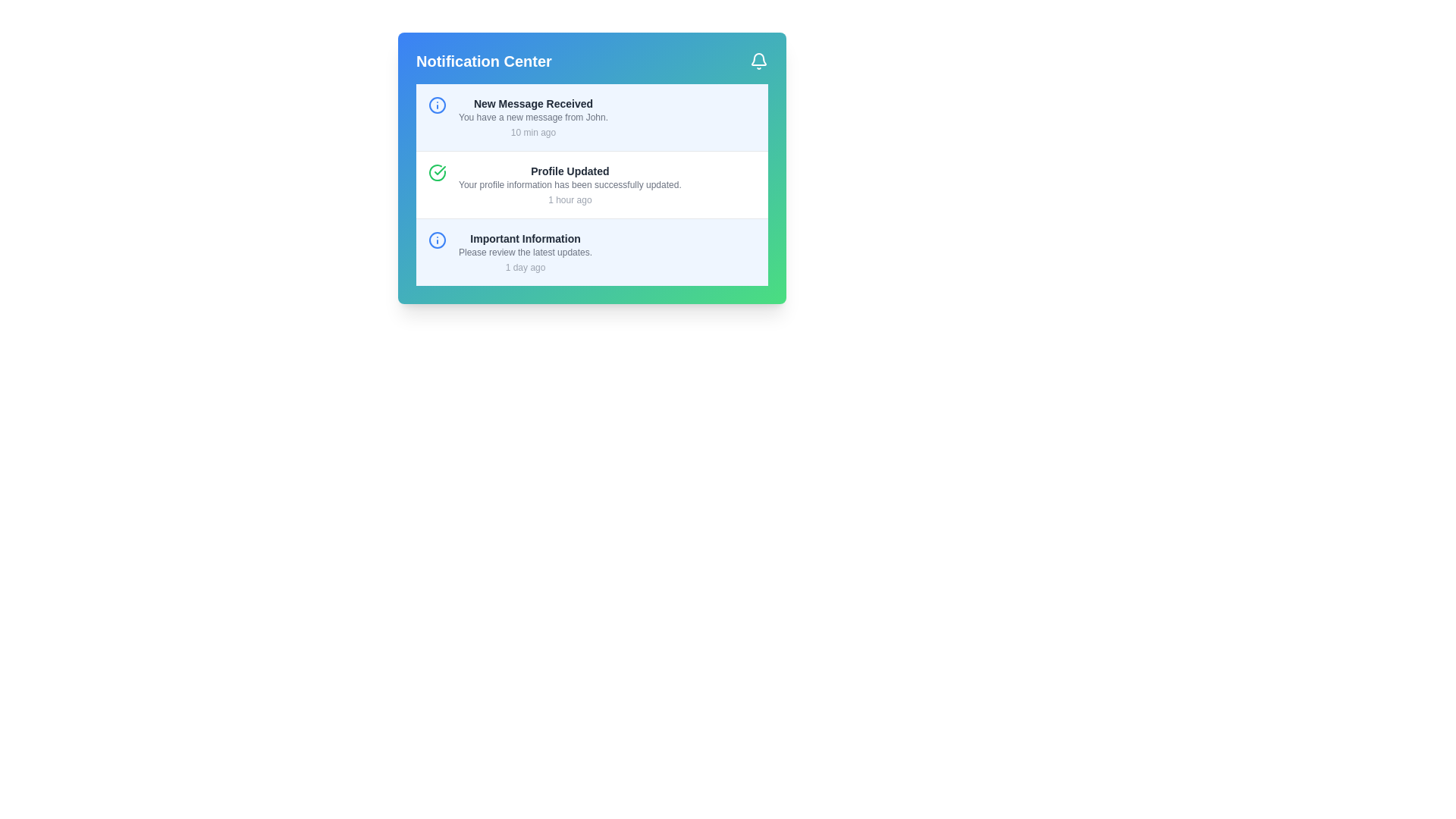 Image resolution: width=1456 pixels, height=819 pixels. What do you see at coordinates (533, 103) in the screenshot?
I see `the text component displaying 'New Message Received' in the Notification Center interface` at bounding box center [533, 103].